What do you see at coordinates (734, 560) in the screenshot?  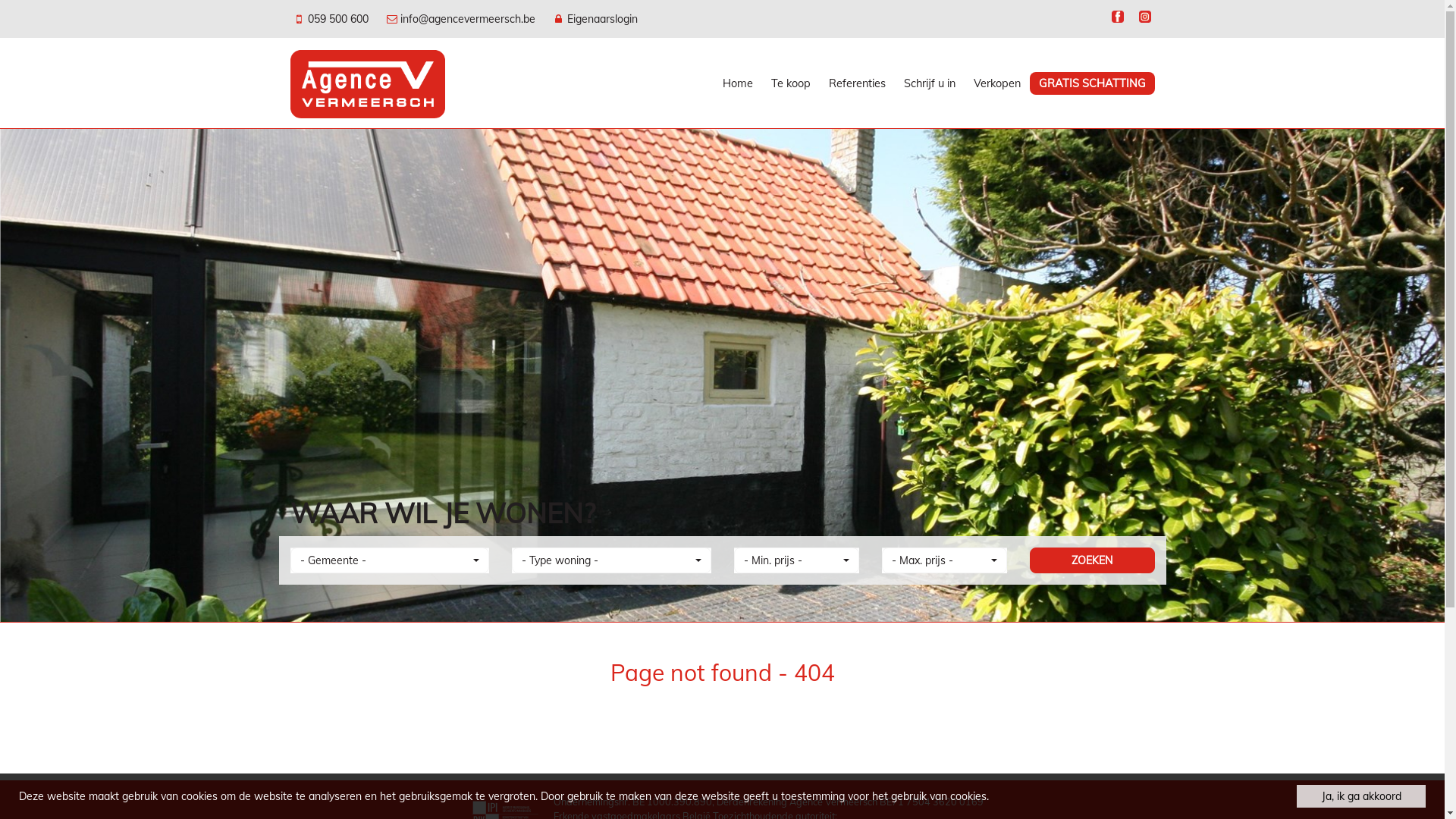 I see `'- Min. prijs -` at bounding box center [734, 560].